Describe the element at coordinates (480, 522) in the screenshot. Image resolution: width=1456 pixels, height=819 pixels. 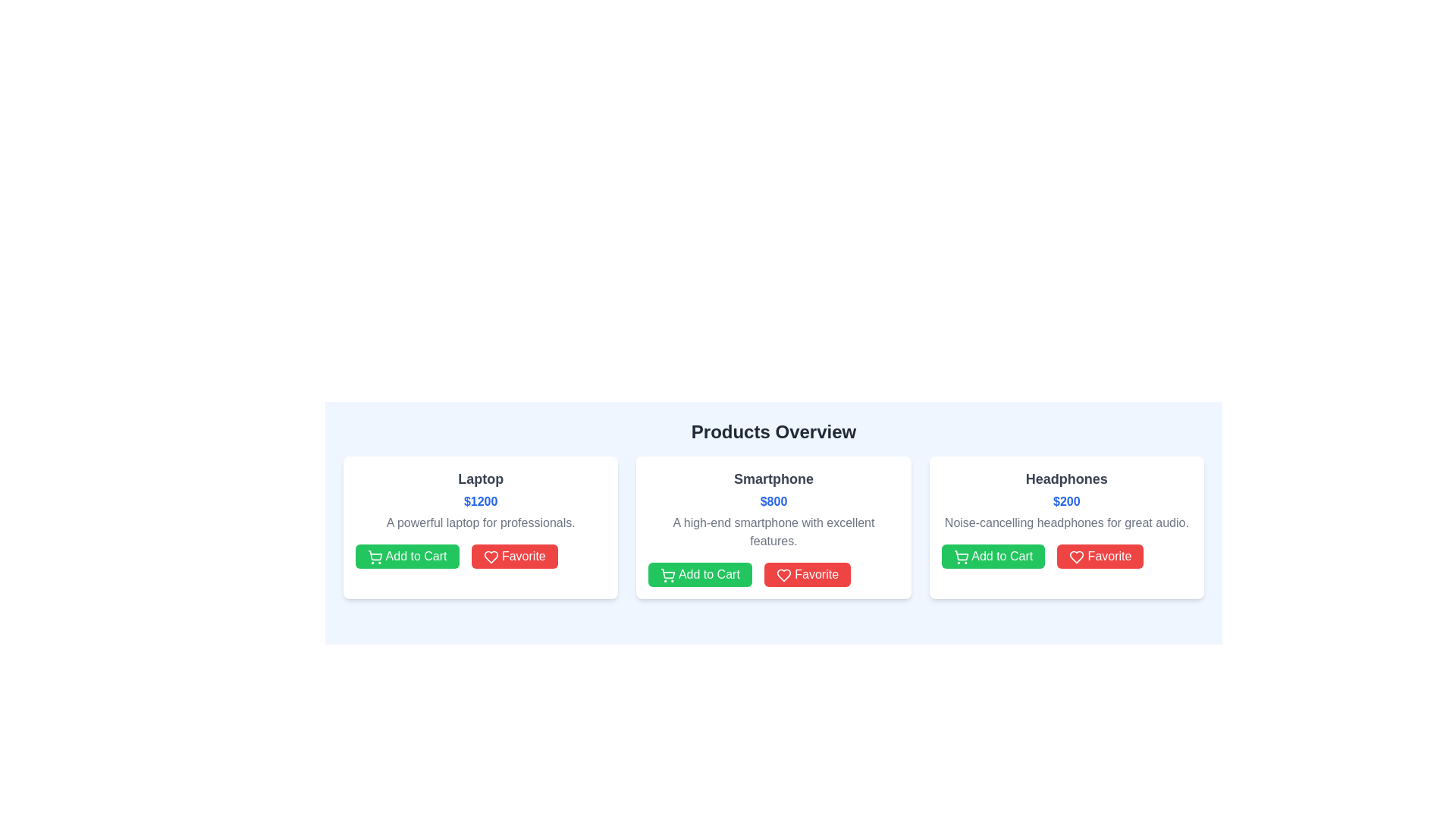
I see `the product description text located in the first column of the product card, which is positioned below the price '$1200' and above the 'Add to Cart' and 'Favorite' buttons` at that location.